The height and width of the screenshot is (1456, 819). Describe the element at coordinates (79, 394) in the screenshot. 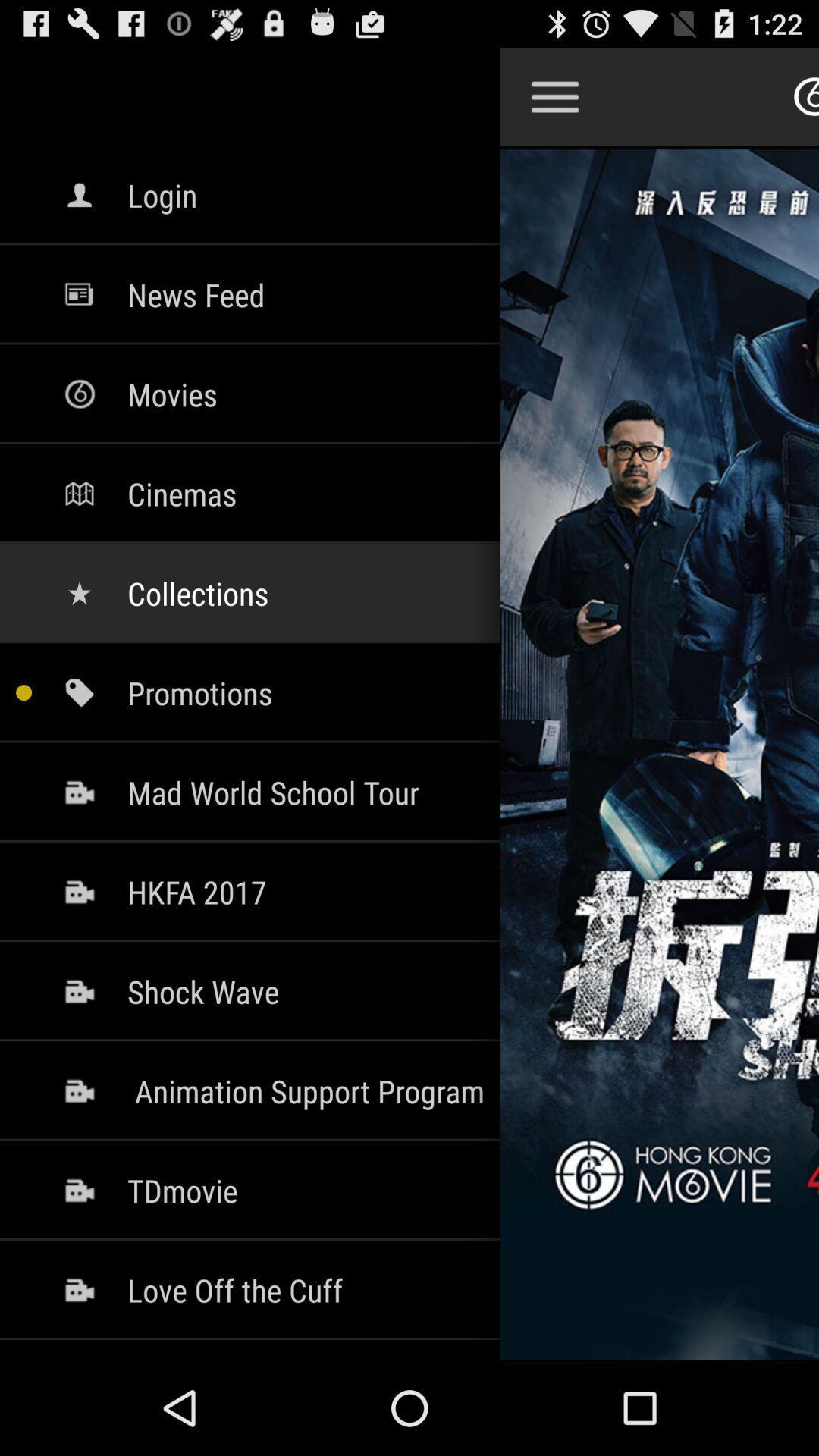

I see `the icon which is left to the  movies` at that location.